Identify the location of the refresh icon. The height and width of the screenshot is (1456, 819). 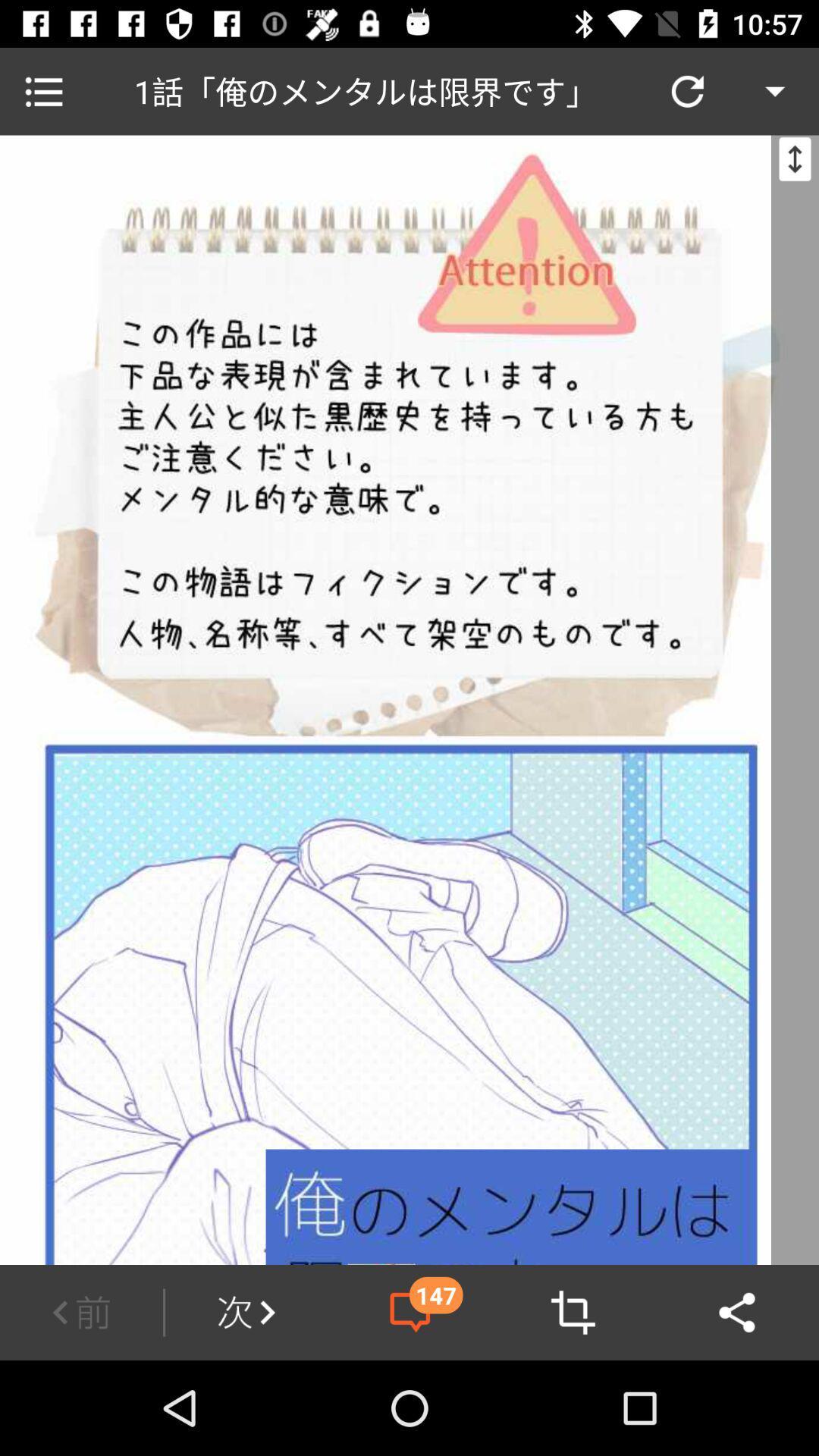
(687, 90).